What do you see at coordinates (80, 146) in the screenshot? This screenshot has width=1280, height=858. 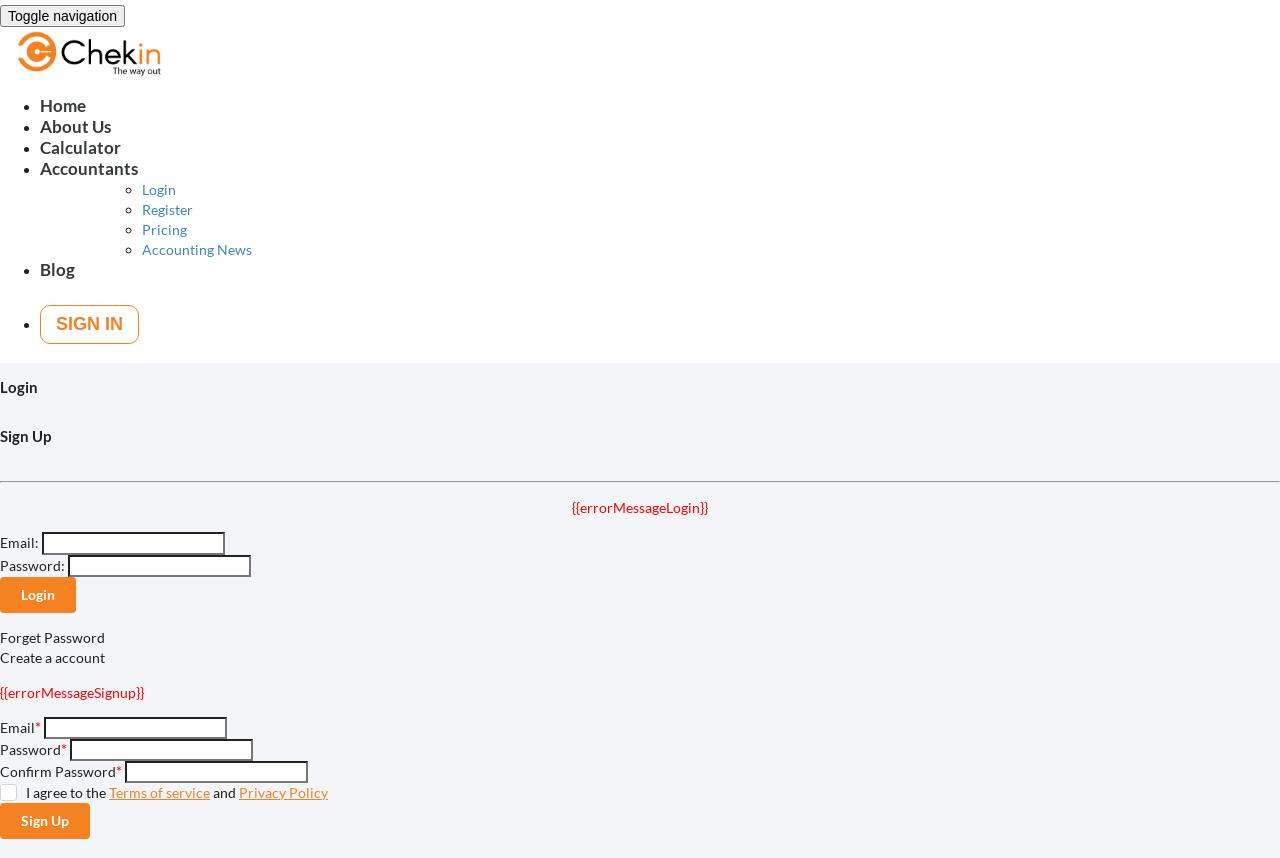 I see `'Calculator'` at bounding box center [80, 146].